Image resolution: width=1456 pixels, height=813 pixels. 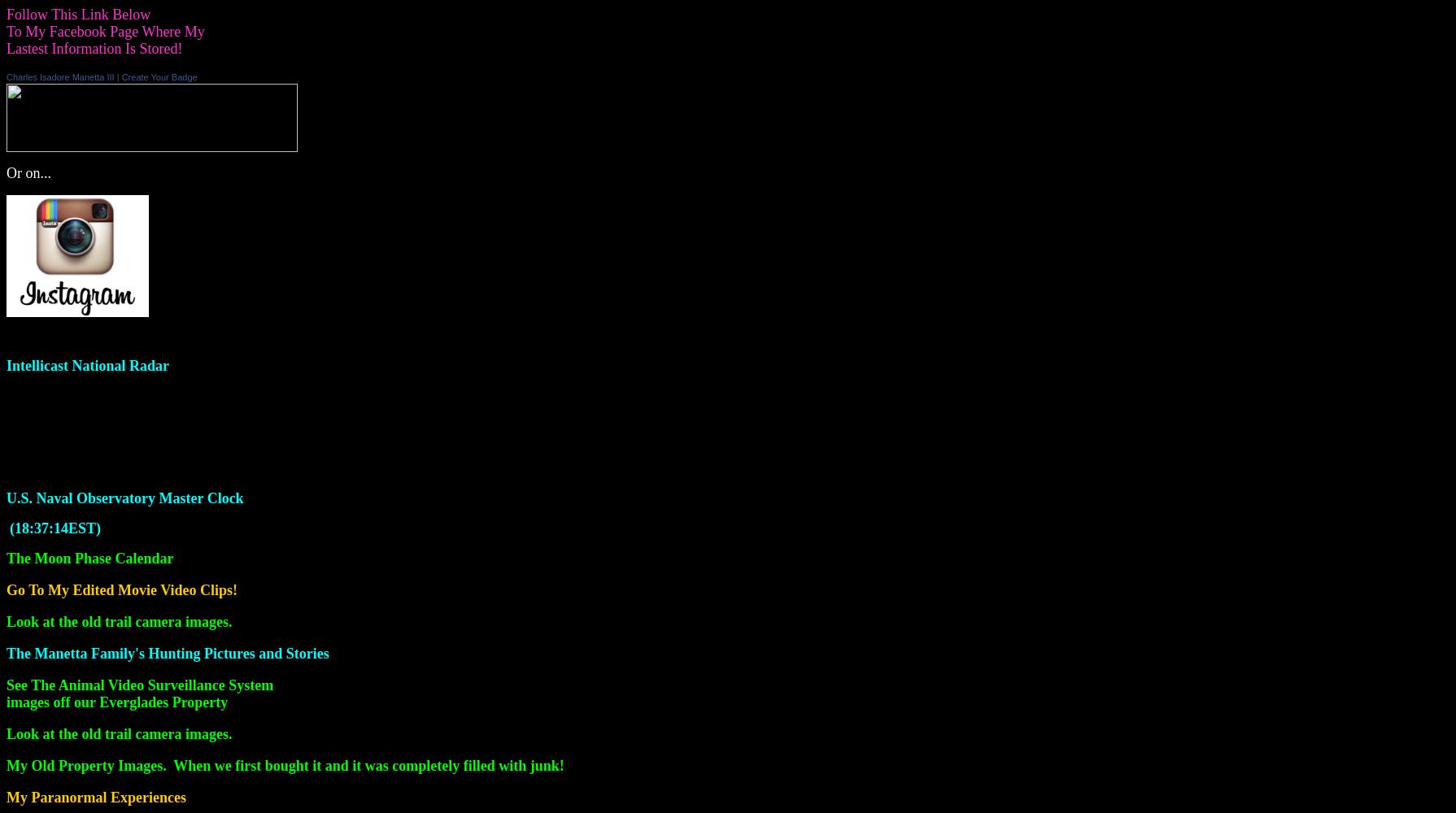 What do you see at coordinates (116, 702) in the screenshot?
I see `'images off our Everglades Property'` at bounding box center [116, 702].